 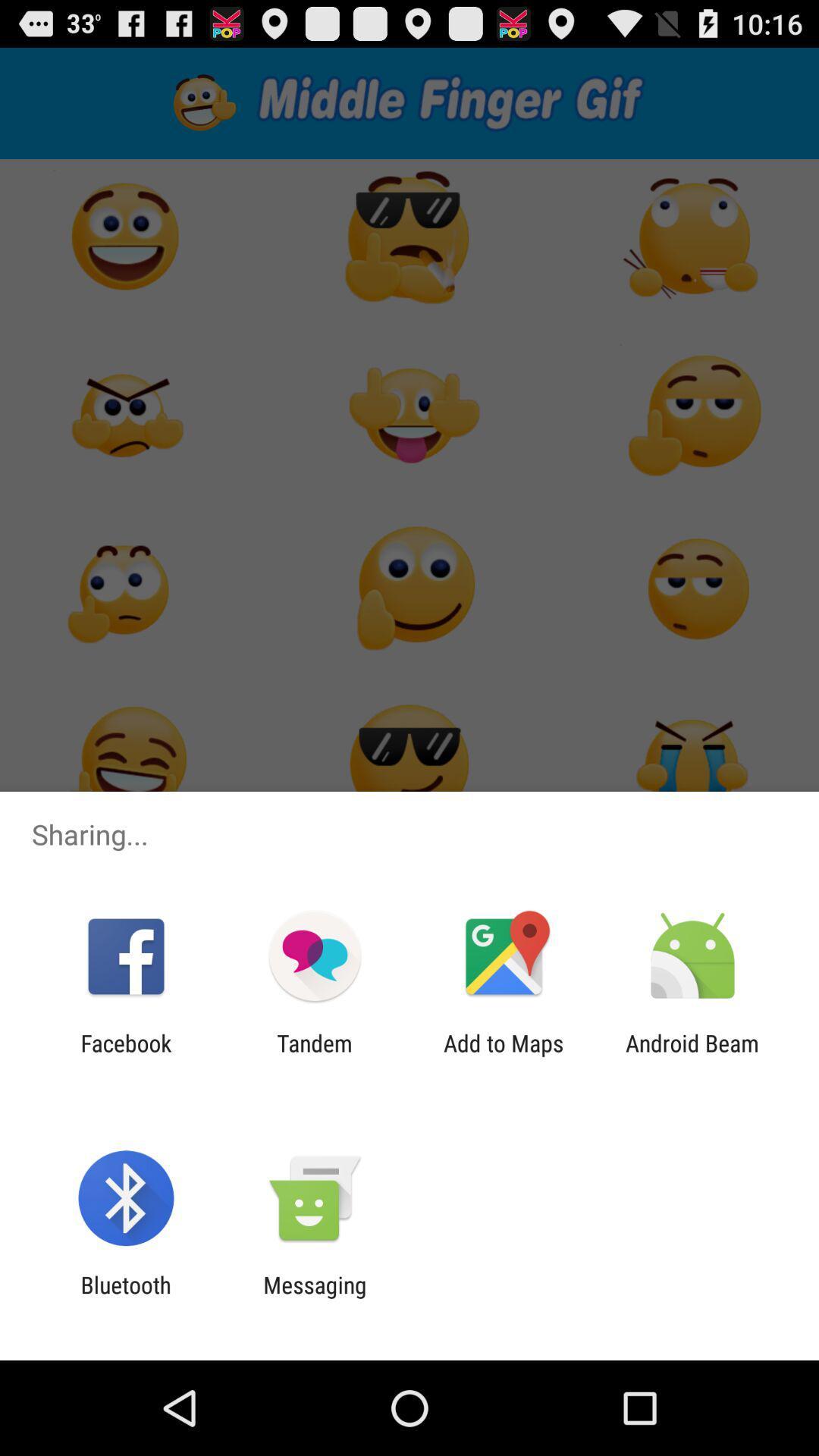 I want to click on tandem app, so click(x=314, y=1056).